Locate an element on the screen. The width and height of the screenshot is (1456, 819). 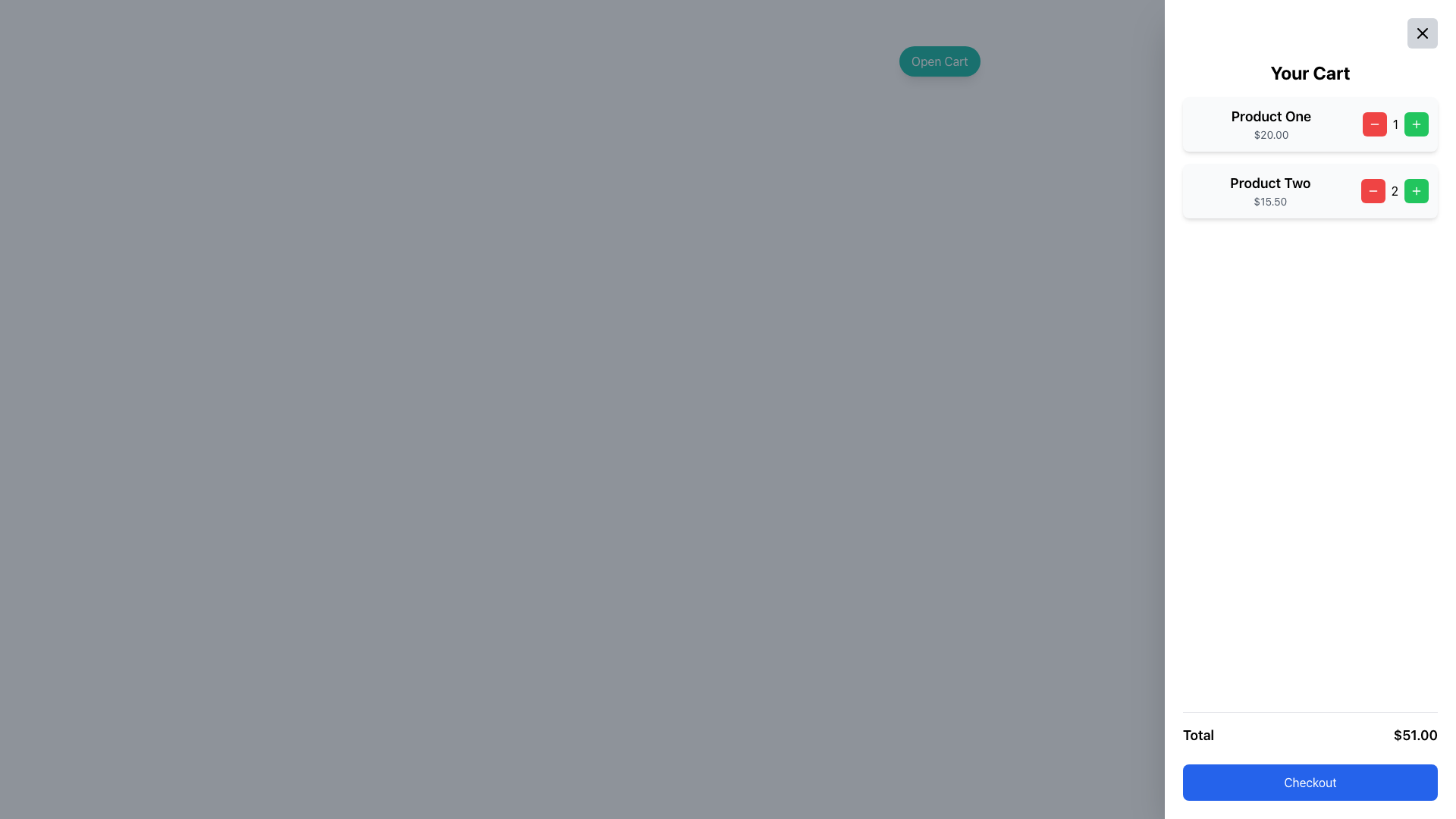
the increment button located to the right of the quantity '2' for 'Product Two' in the cart section to increase the item quantity is located at coordinates (1415, 190).